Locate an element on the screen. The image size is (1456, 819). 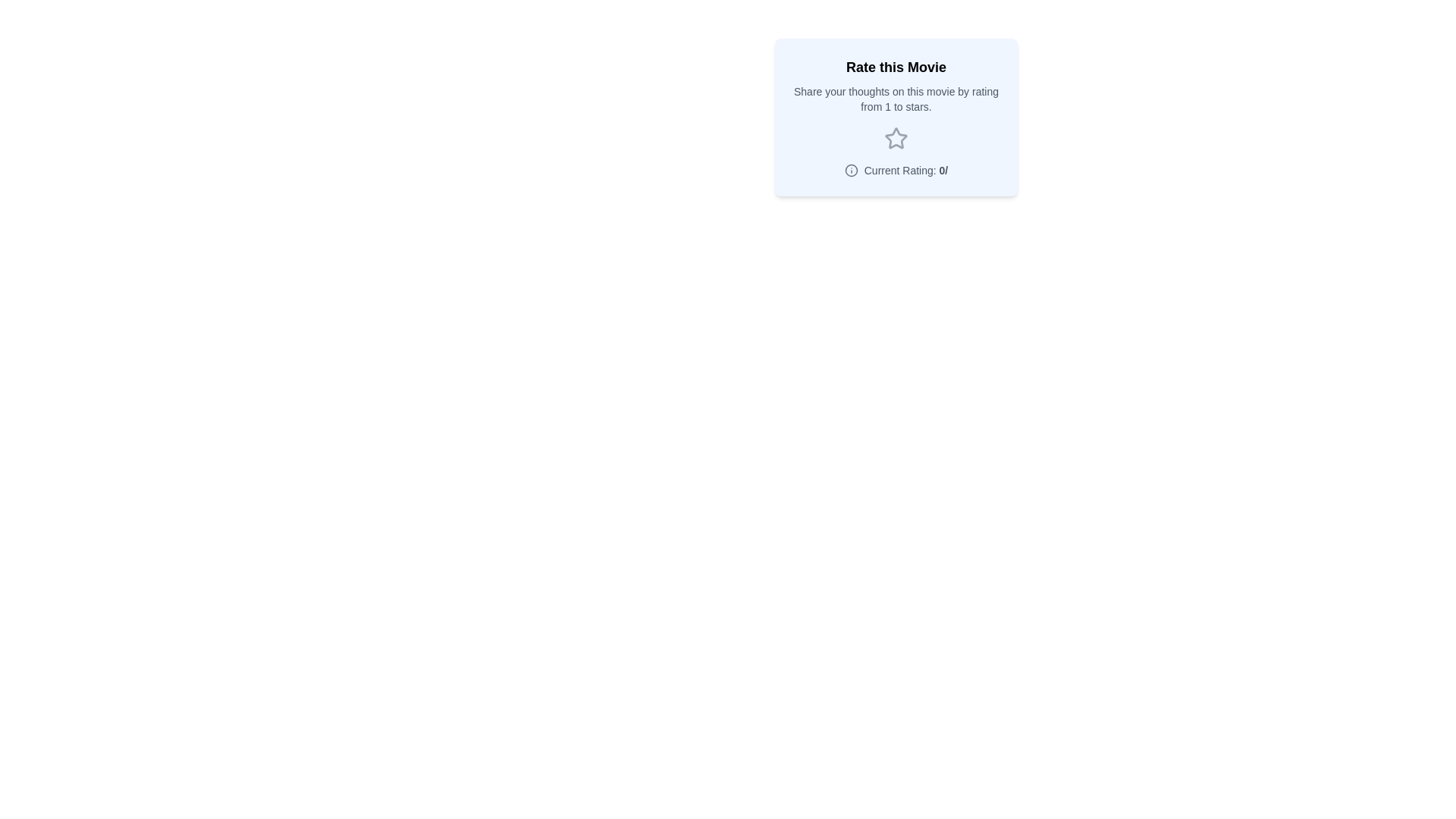
the star icon in the rating interface is located at coordinates (896, 138).